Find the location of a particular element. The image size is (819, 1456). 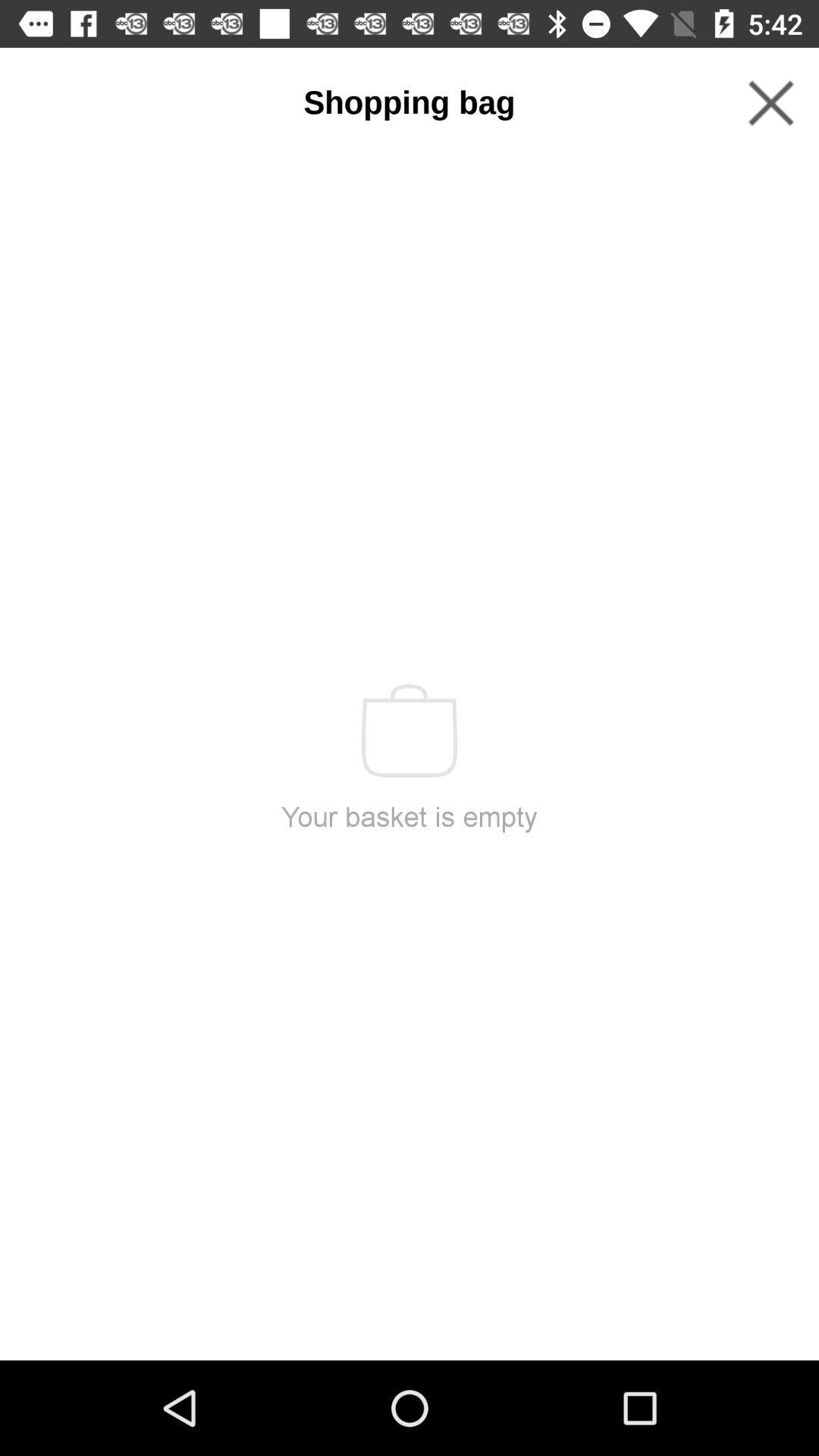

item next to the shopping bag icon is located at coordinates (771, 102).